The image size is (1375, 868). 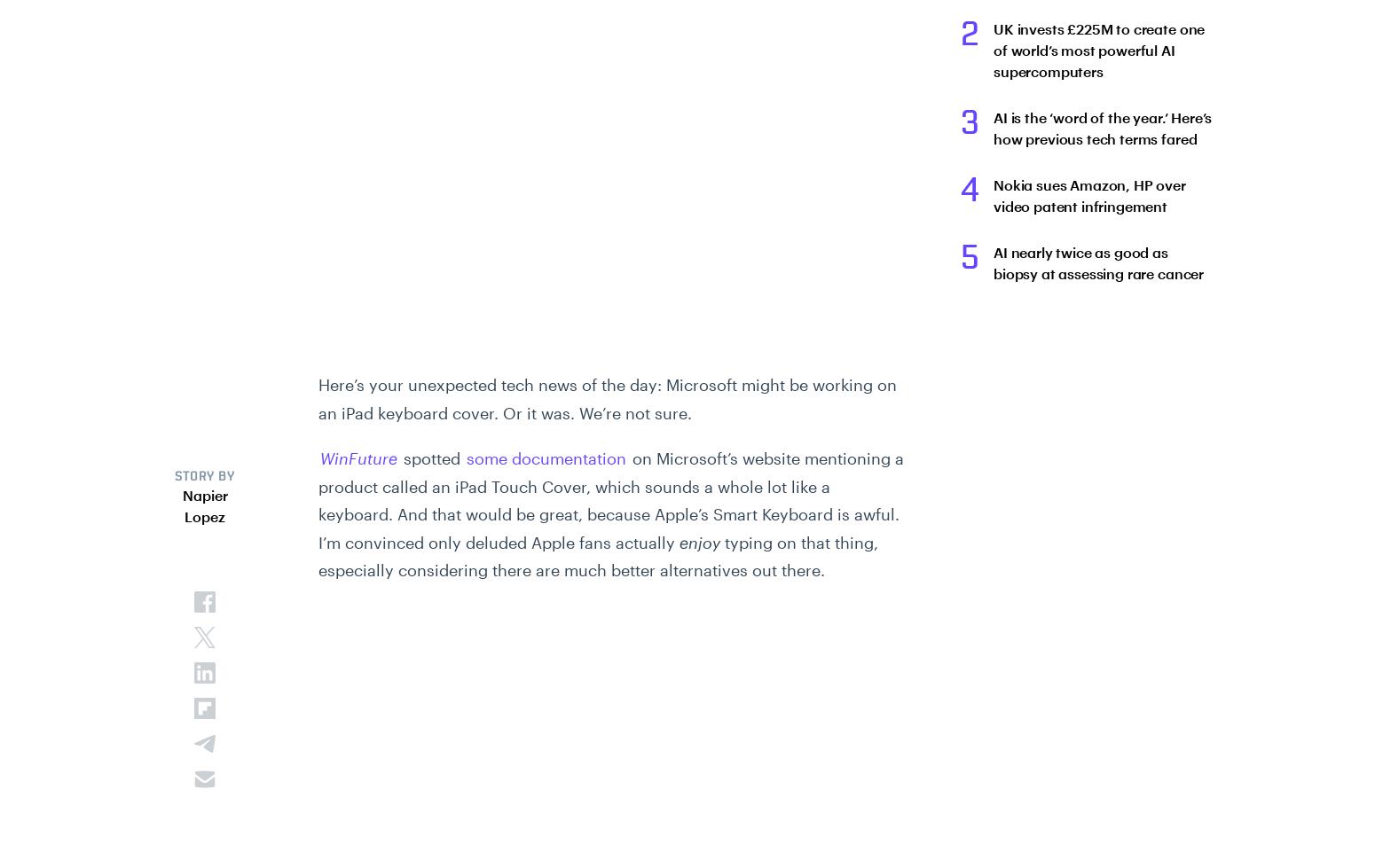 What do you see at coordinates (1098, 262) in the screenshot?
I see `'AI nearly twice as good as biopsy at assessing rare cancer'` at bounding box center [1098, 262].